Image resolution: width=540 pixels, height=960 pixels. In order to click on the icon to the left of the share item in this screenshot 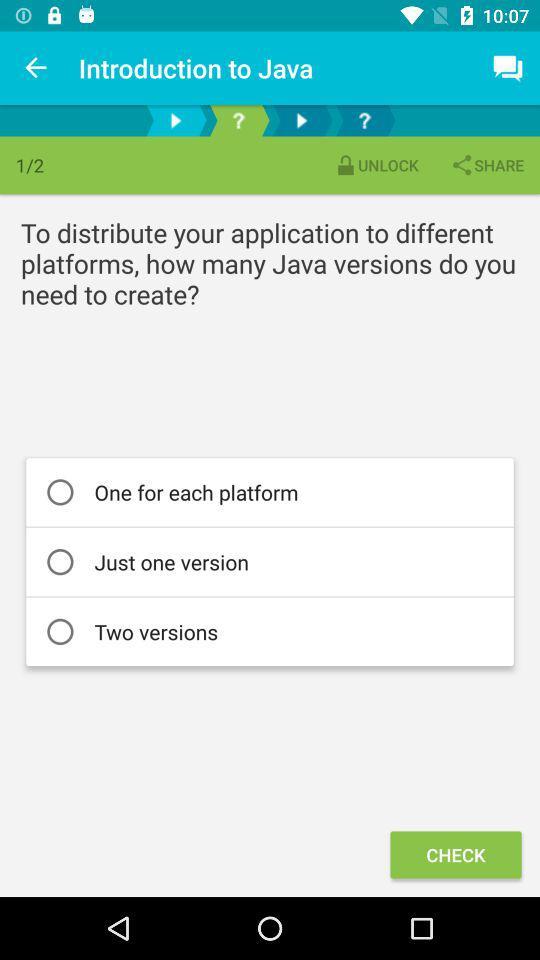, I will do `click(376, 164)`.